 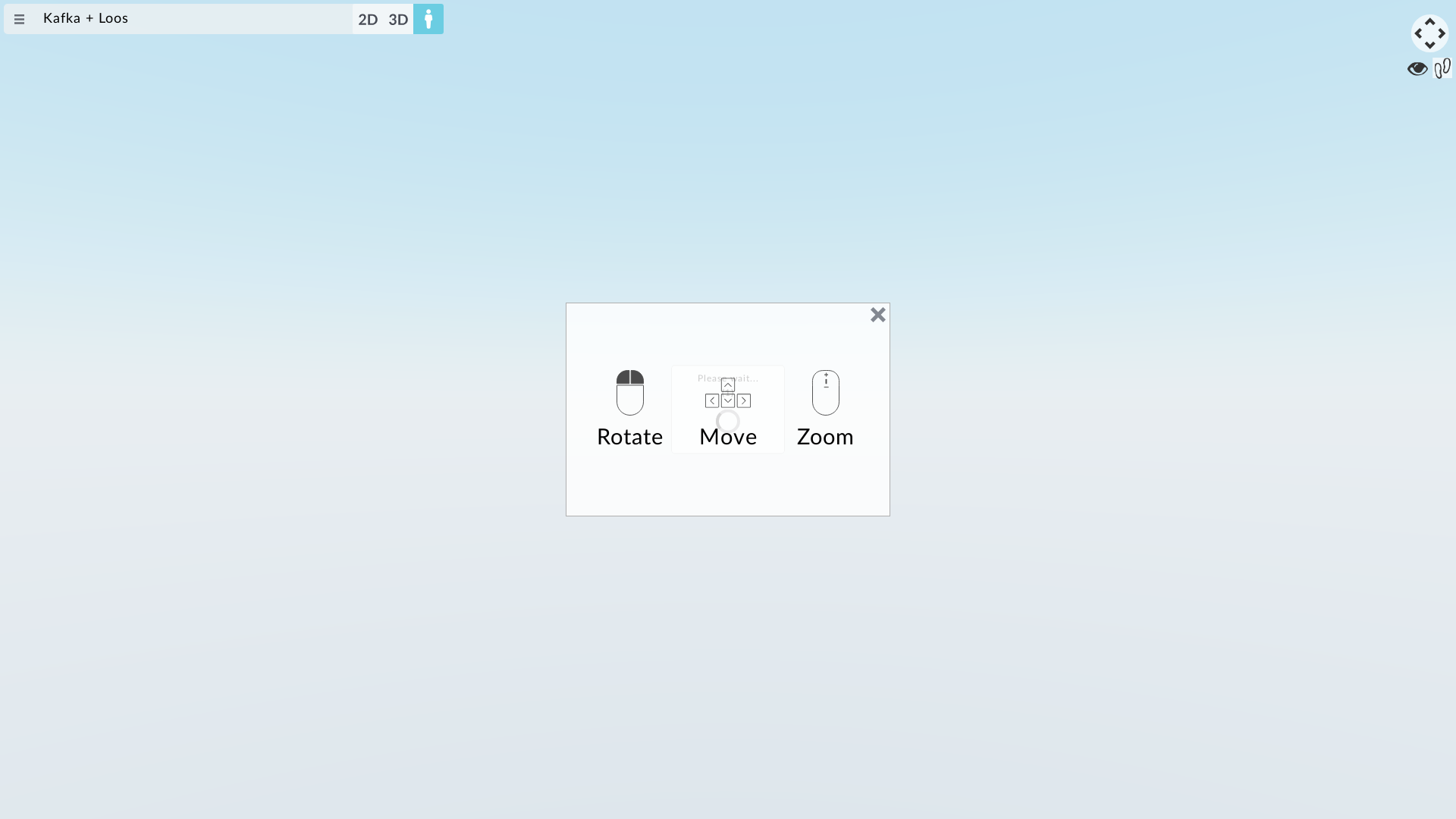 What do you see at coordinates (428, 18) in the screenshot?
I see `'first person'` at bounding box center [428, 18].